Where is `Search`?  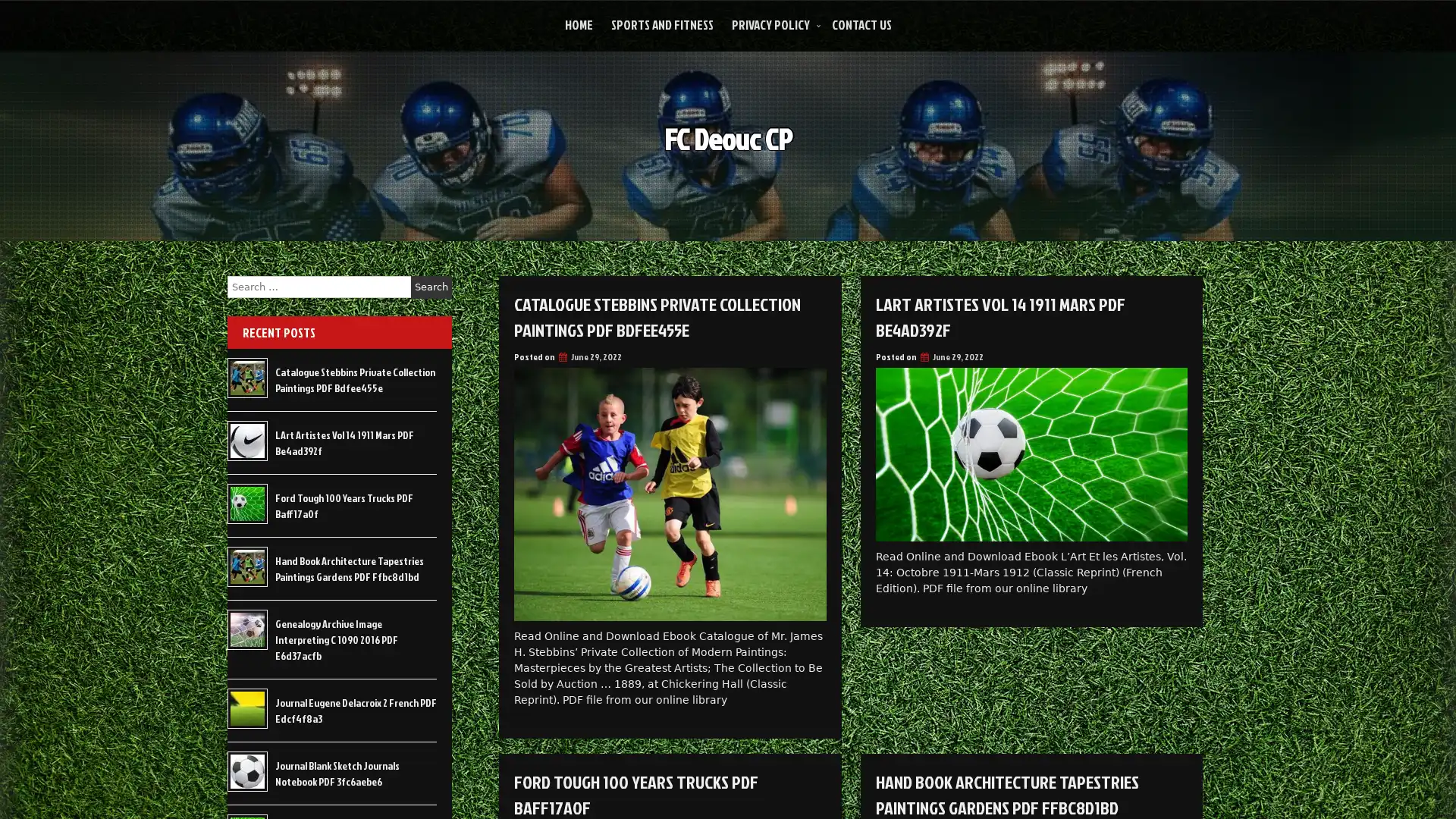 Search is located at coordinates (431, 287).